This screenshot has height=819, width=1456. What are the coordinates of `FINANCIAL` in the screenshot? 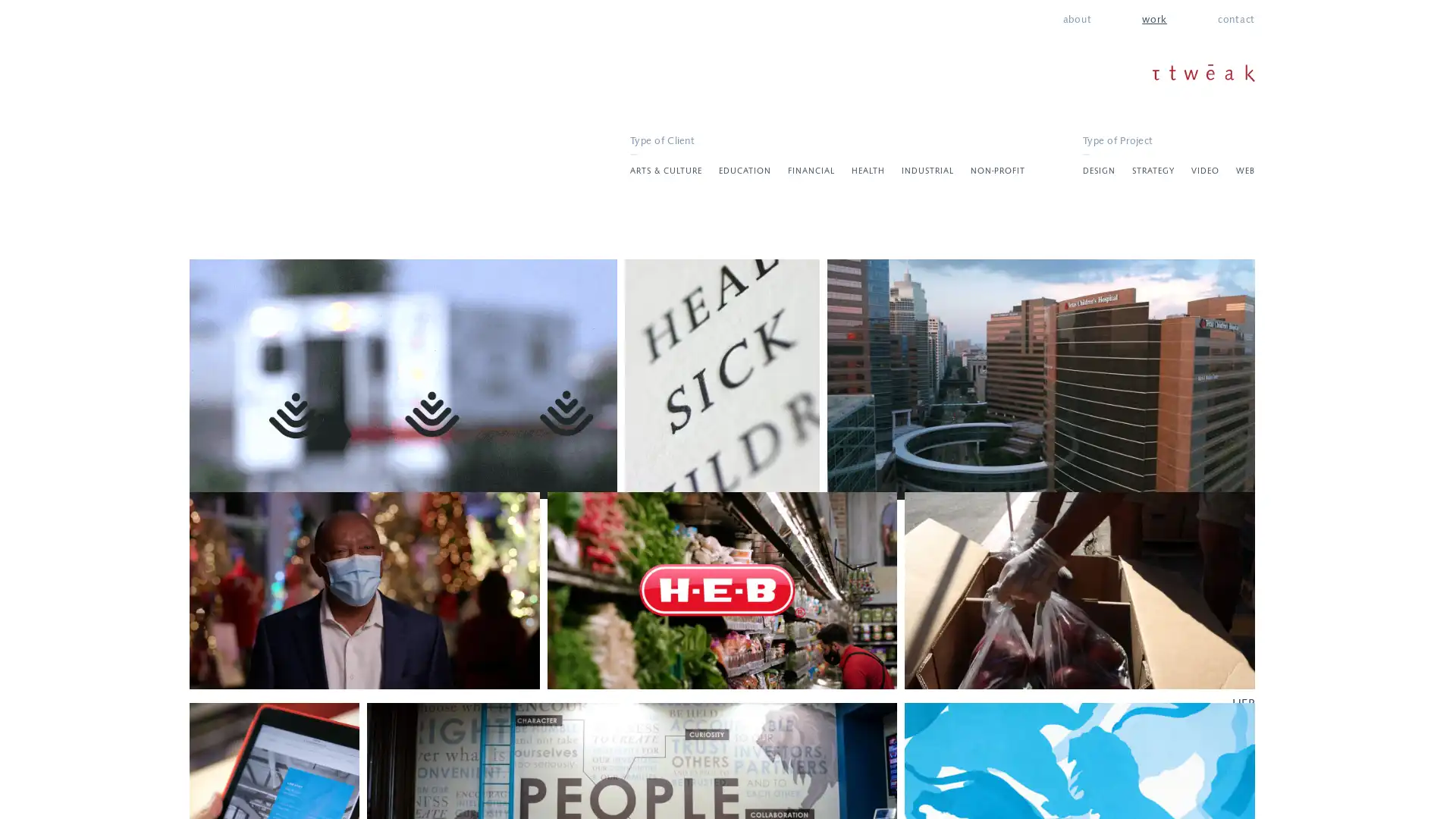 It's located at (811, 171).